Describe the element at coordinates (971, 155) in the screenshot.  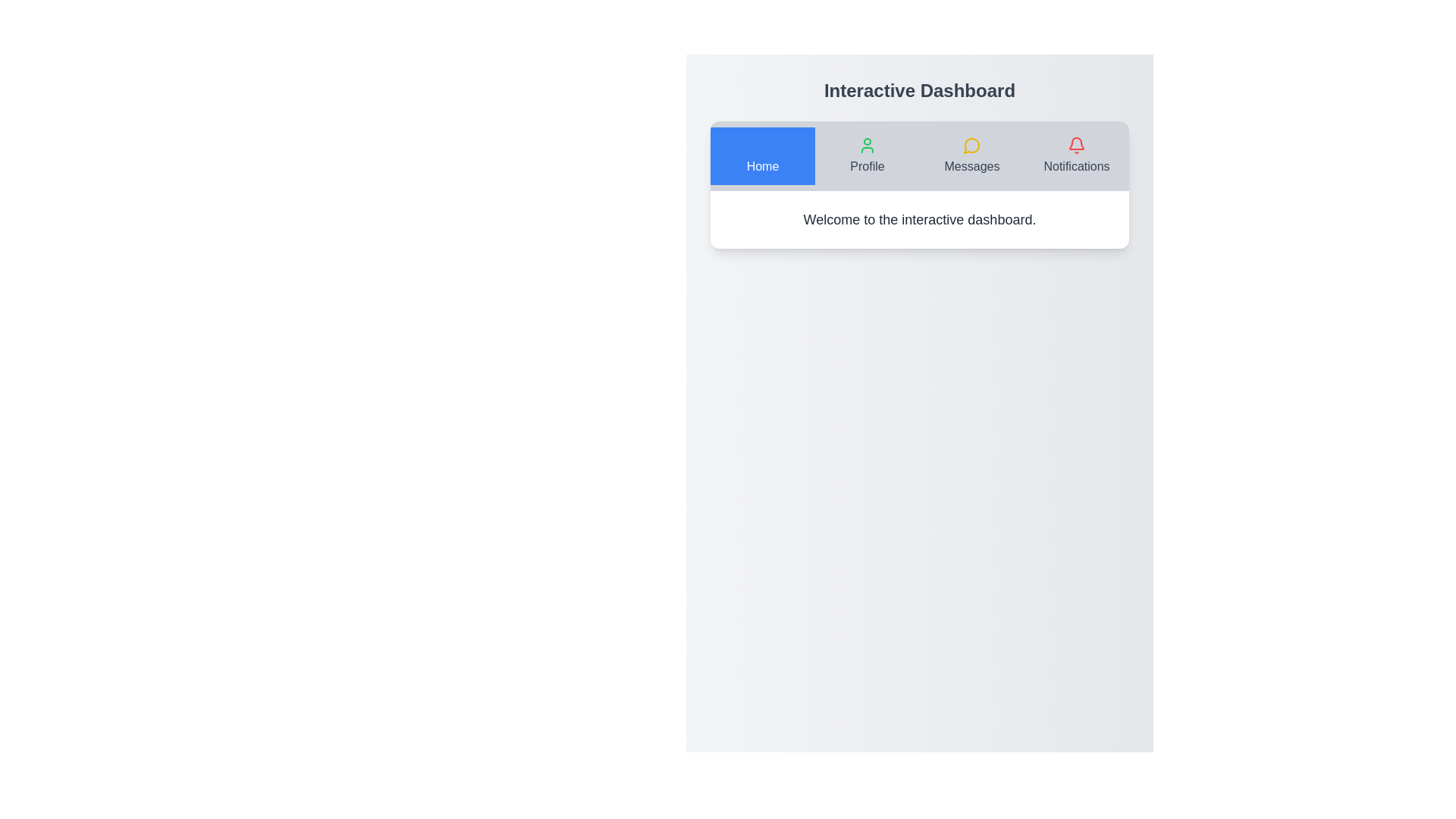
I see `the 'Messages' navigation tab, which is the third tab in the horizontal navigation bar` at that location.